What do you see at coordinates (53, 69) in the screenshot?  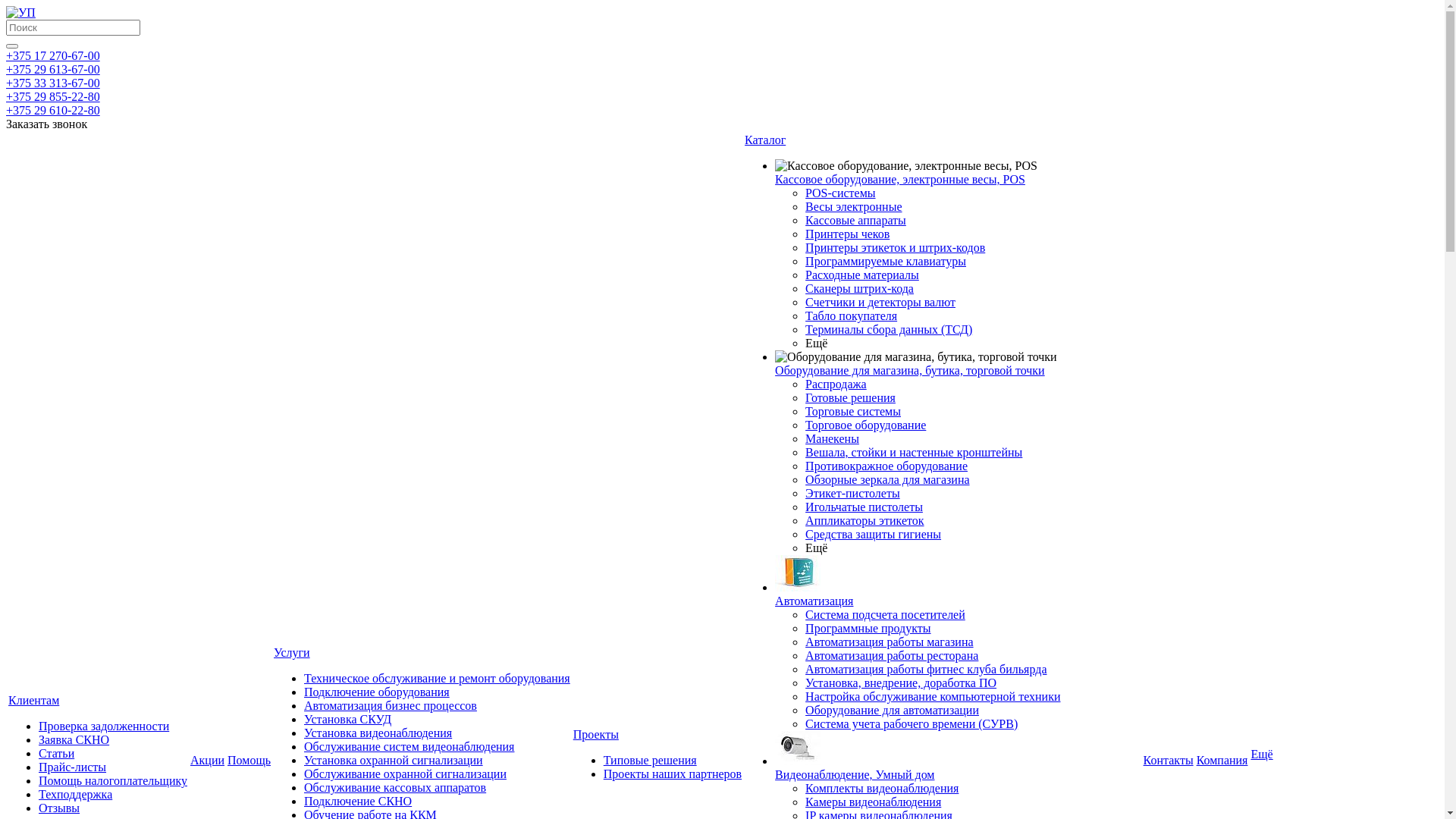 I see `'+375 29 613-67-00'` at bounding box center [53, 69].